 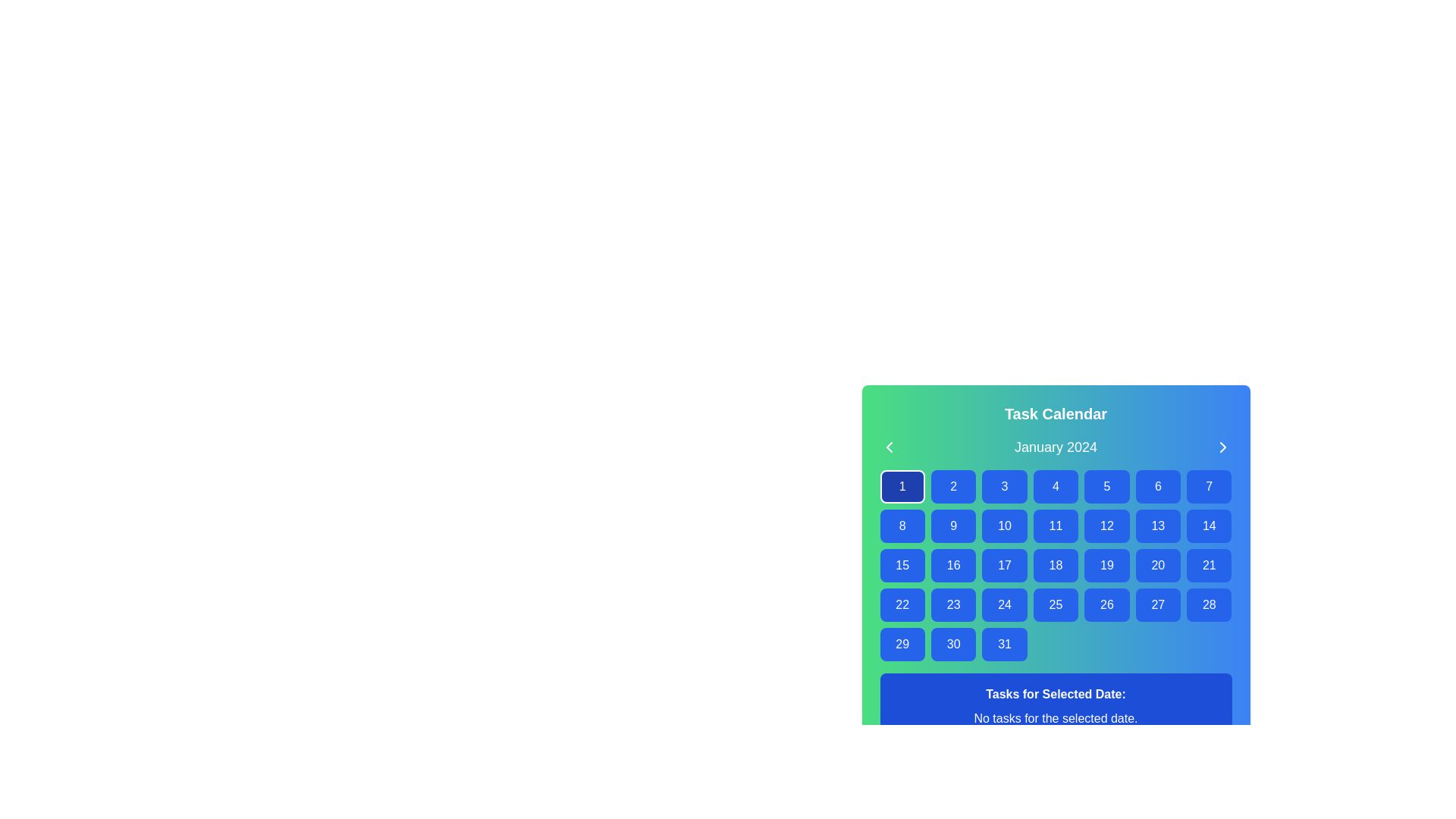 What do you see at coordinates (902, 526) in the screenshot?
I see `the button representing January 8th in the calendar` at bounding box center [902, 526].